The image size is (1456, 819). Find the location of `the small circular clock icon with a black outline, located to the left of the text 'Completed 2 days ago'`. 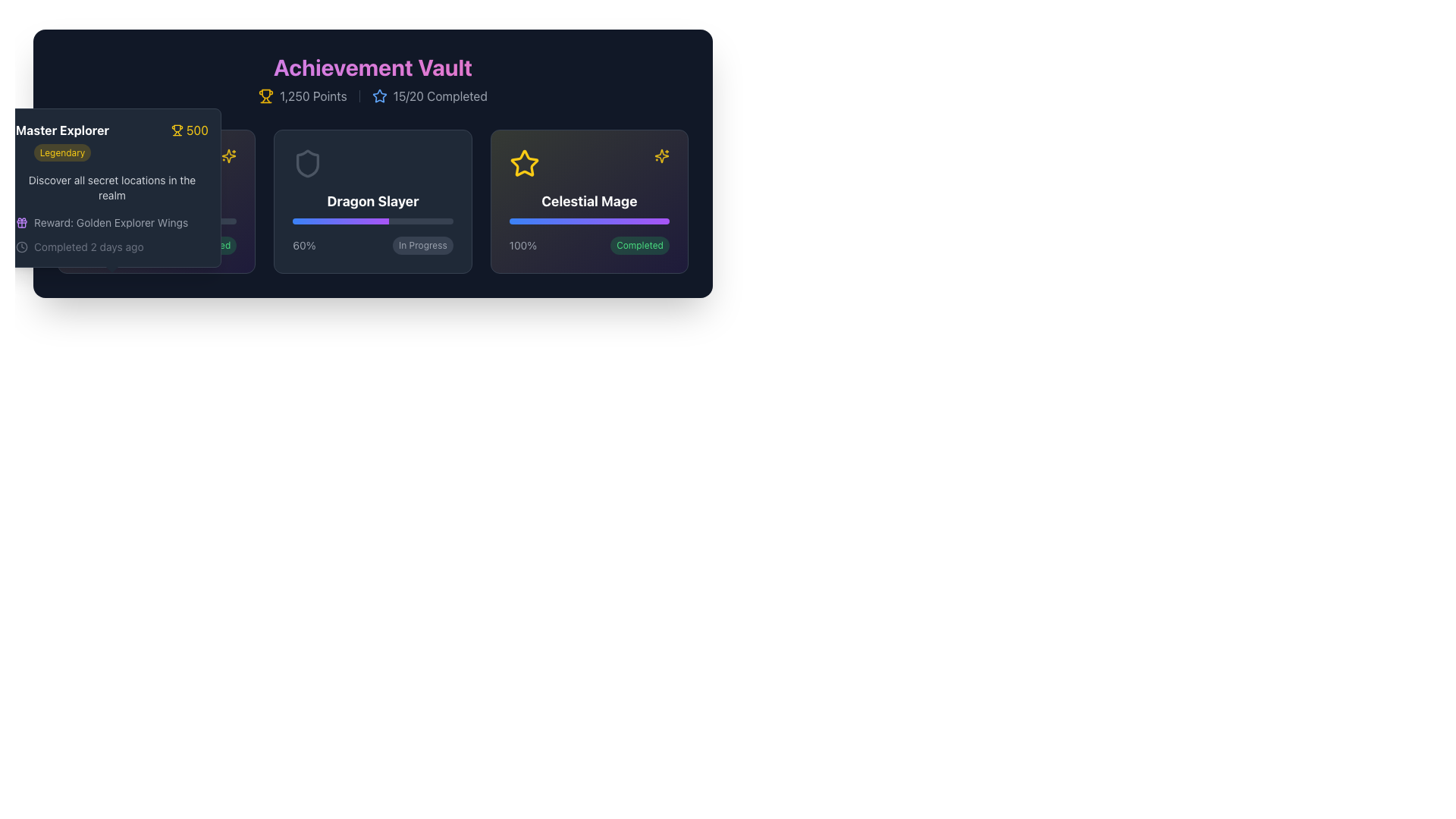

the small circular clock icon with a black outline, located to the left of the text 'Completed 2 days ago' is located at coordinates (21, 246).